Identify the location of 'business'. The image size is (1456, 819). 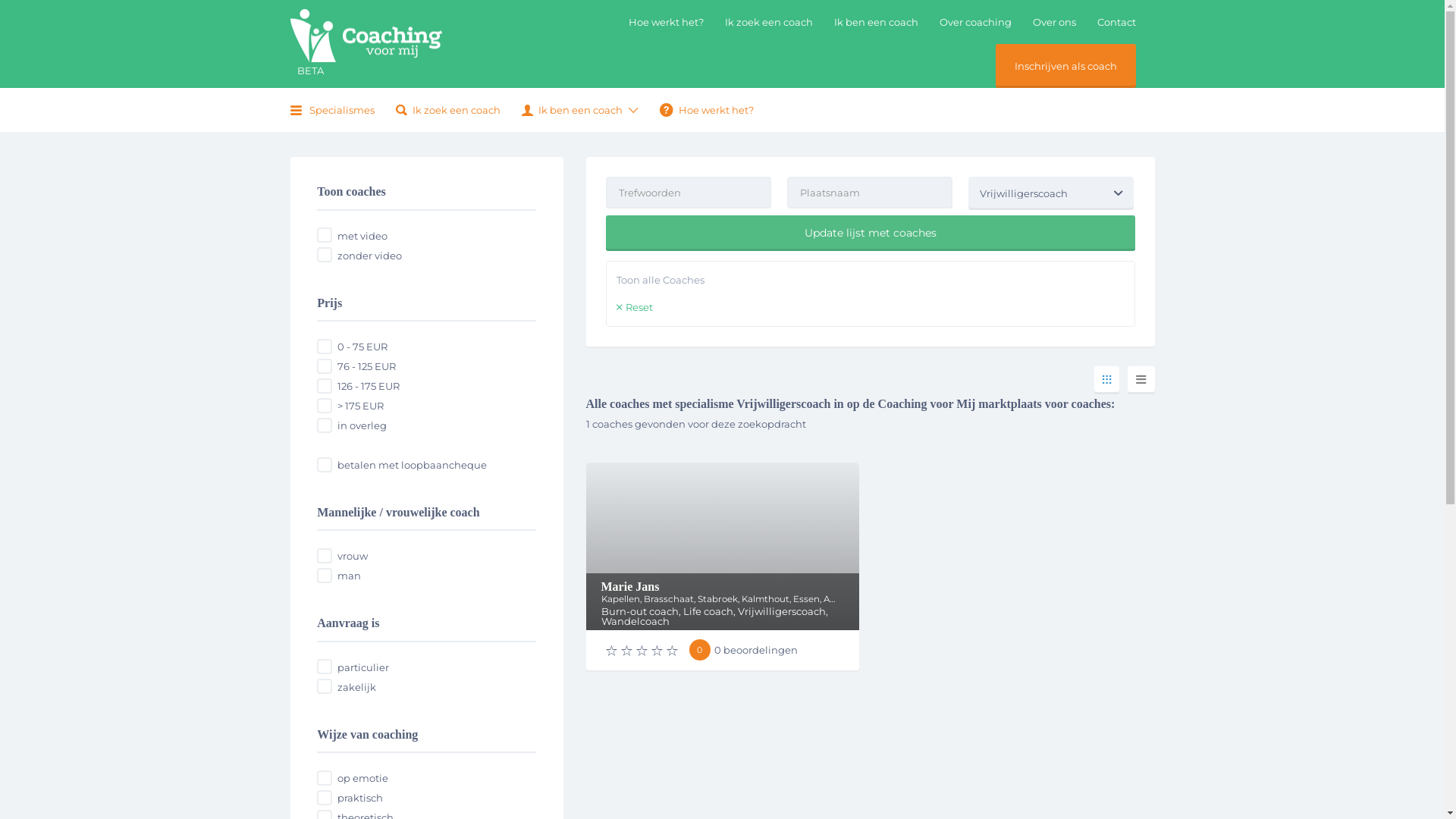
(323, 686).